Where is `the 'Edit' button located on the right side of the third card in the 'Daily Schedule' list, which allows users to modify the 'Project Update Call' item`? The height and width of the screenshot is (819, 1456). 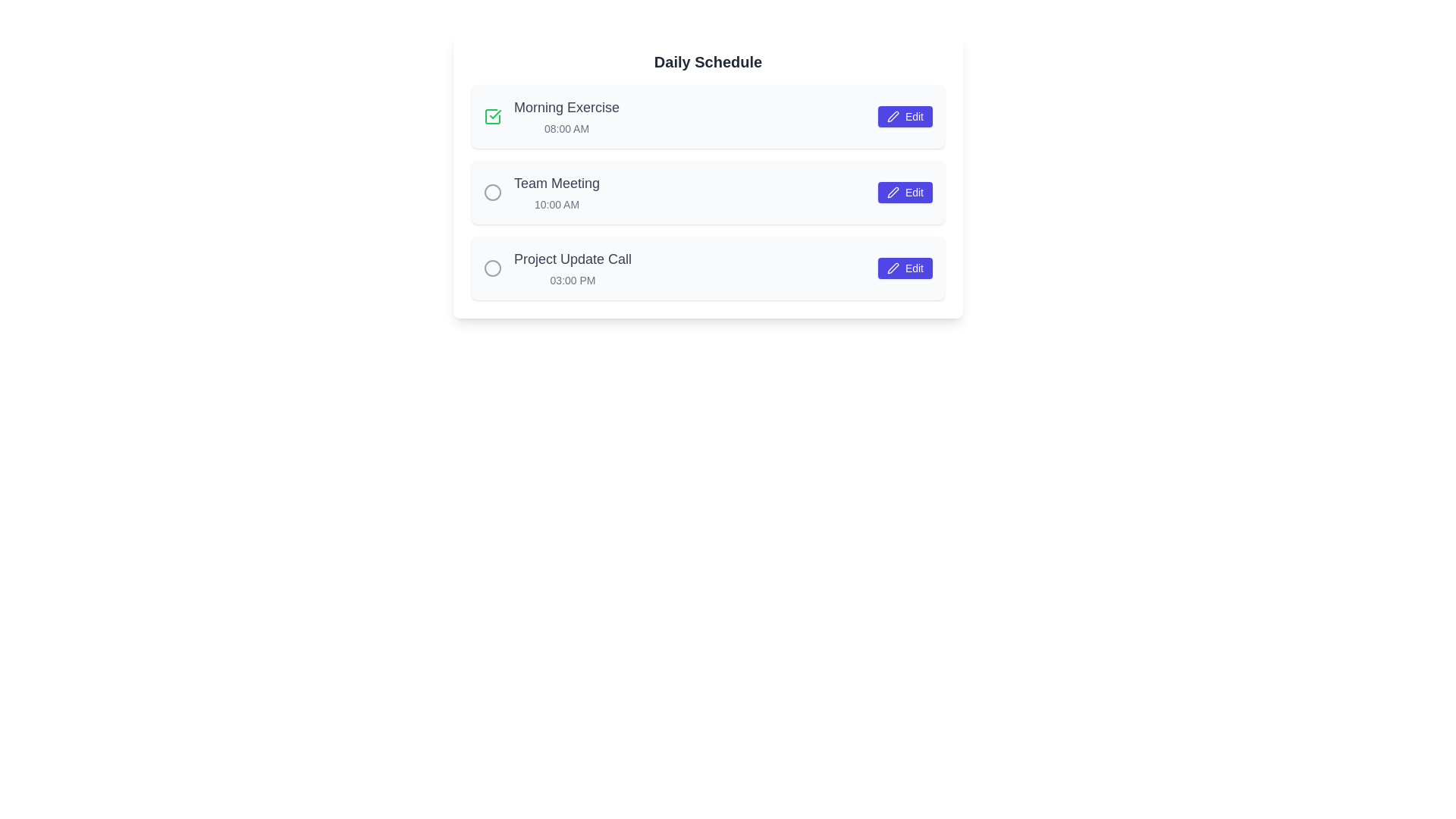
the 'Edit' button located on the right side of the third card in the 'Daily Schedule' list, which allows users to modify the 'Project Update Call' item is located at coordinates (905, 268).